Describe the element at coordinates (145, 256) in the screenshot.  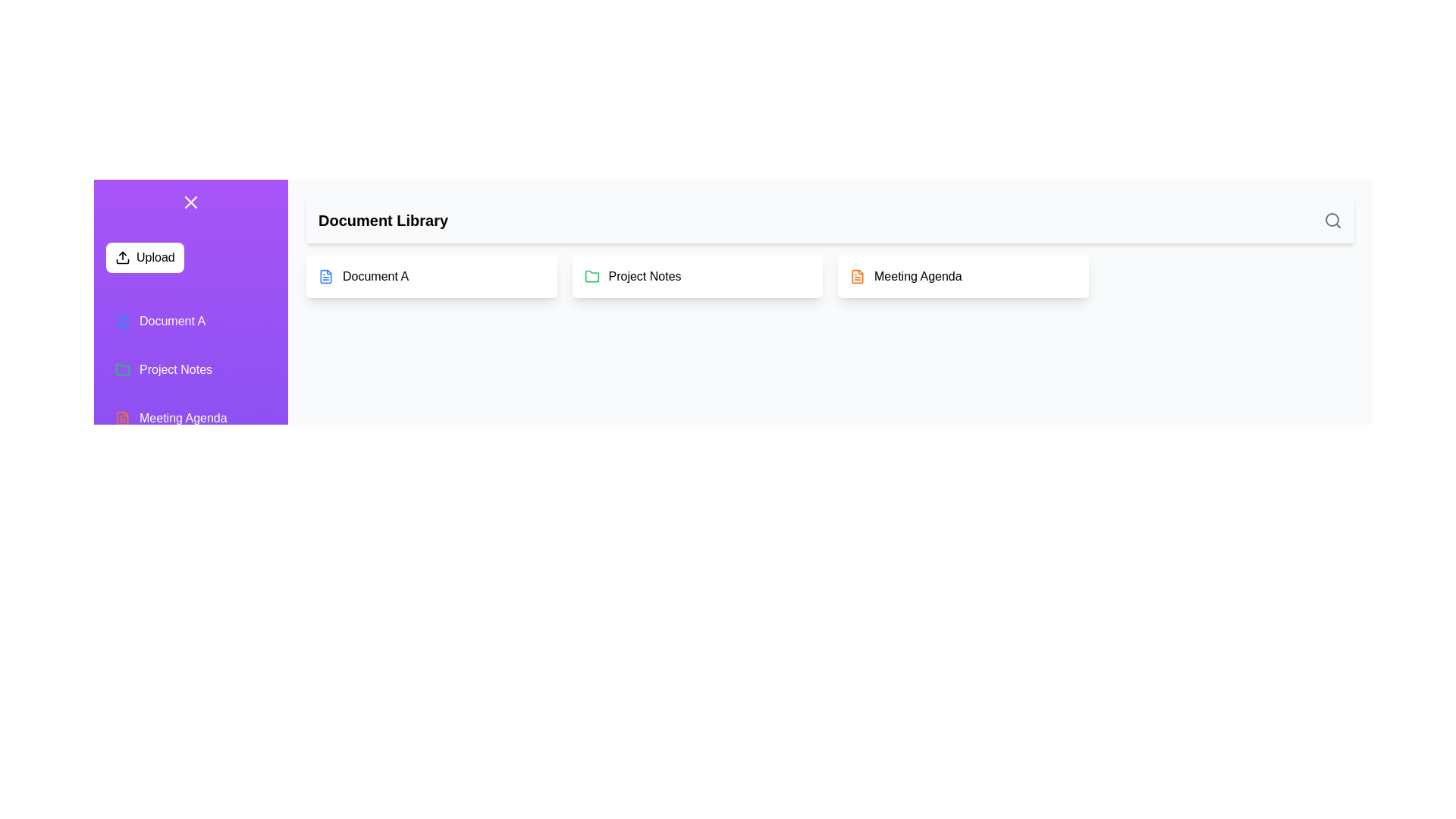
I see `the 'Upload' button to initiate the document upload process` at that location.